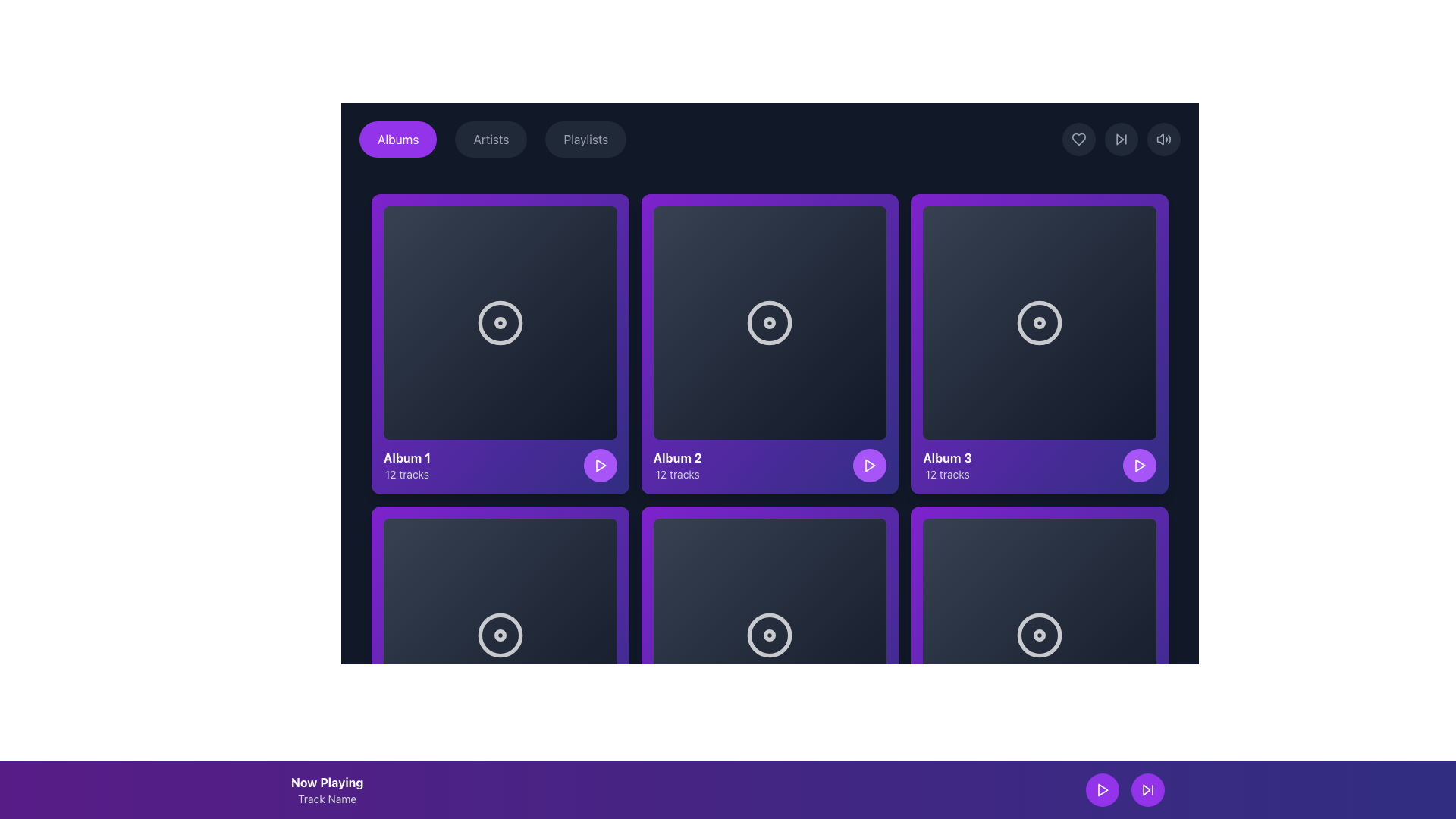 The image size is (1456, 819). I want to click on the 'Albums' button, which is a horizontally elongated capsule-shaped button with a purple background and white capitalized text, to trigger a hover effect, so click(398, 140).